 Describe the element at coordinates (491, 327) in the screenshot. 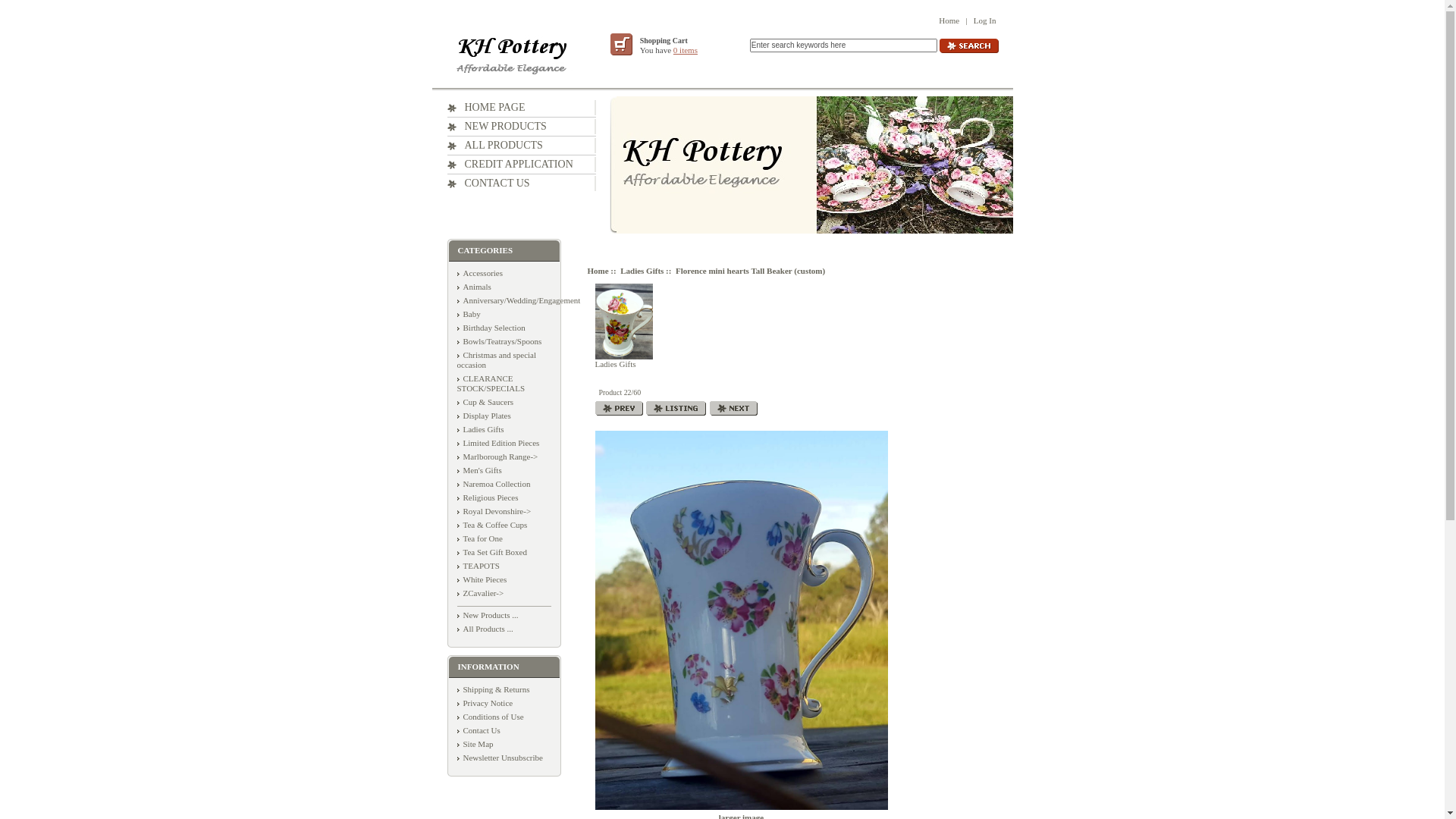

I see `'Birthday Selection'` at that location.